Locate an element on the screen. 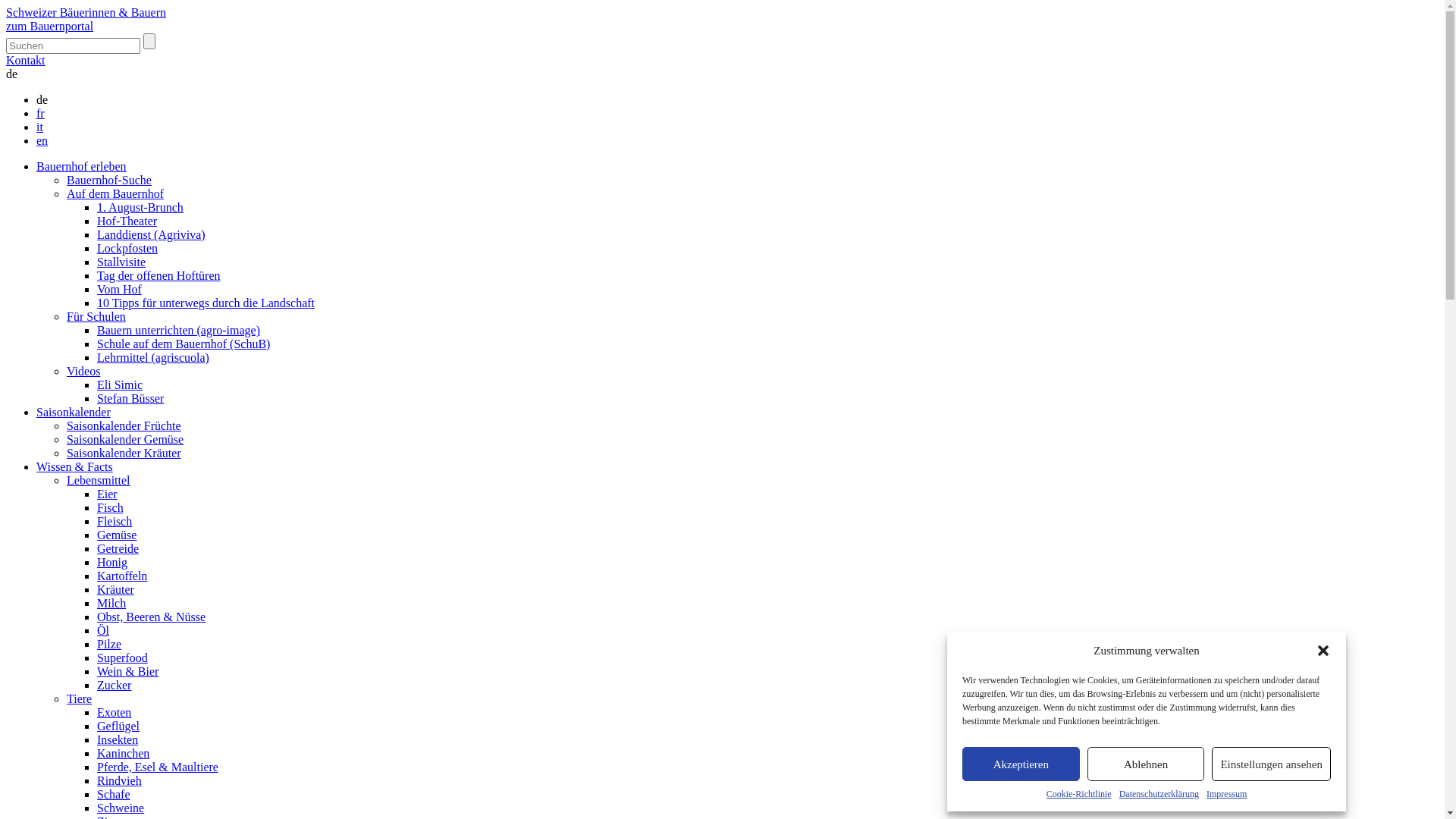 This screenshot has height=819, width=1456. 'Eli Simic' is located at coordinates (119, 384).